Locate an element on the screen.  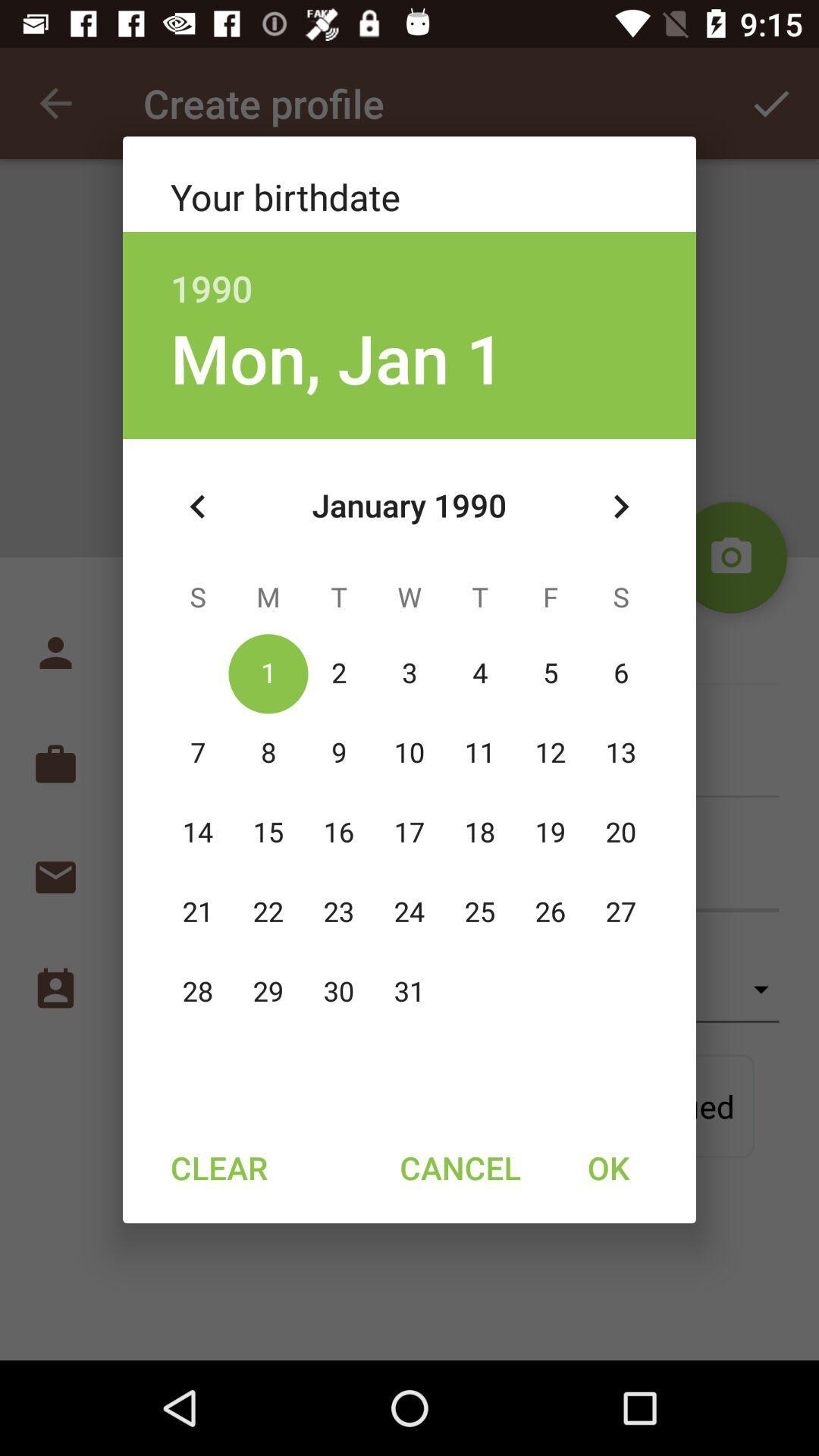
1990 icon is located at coordinates (409, 272).